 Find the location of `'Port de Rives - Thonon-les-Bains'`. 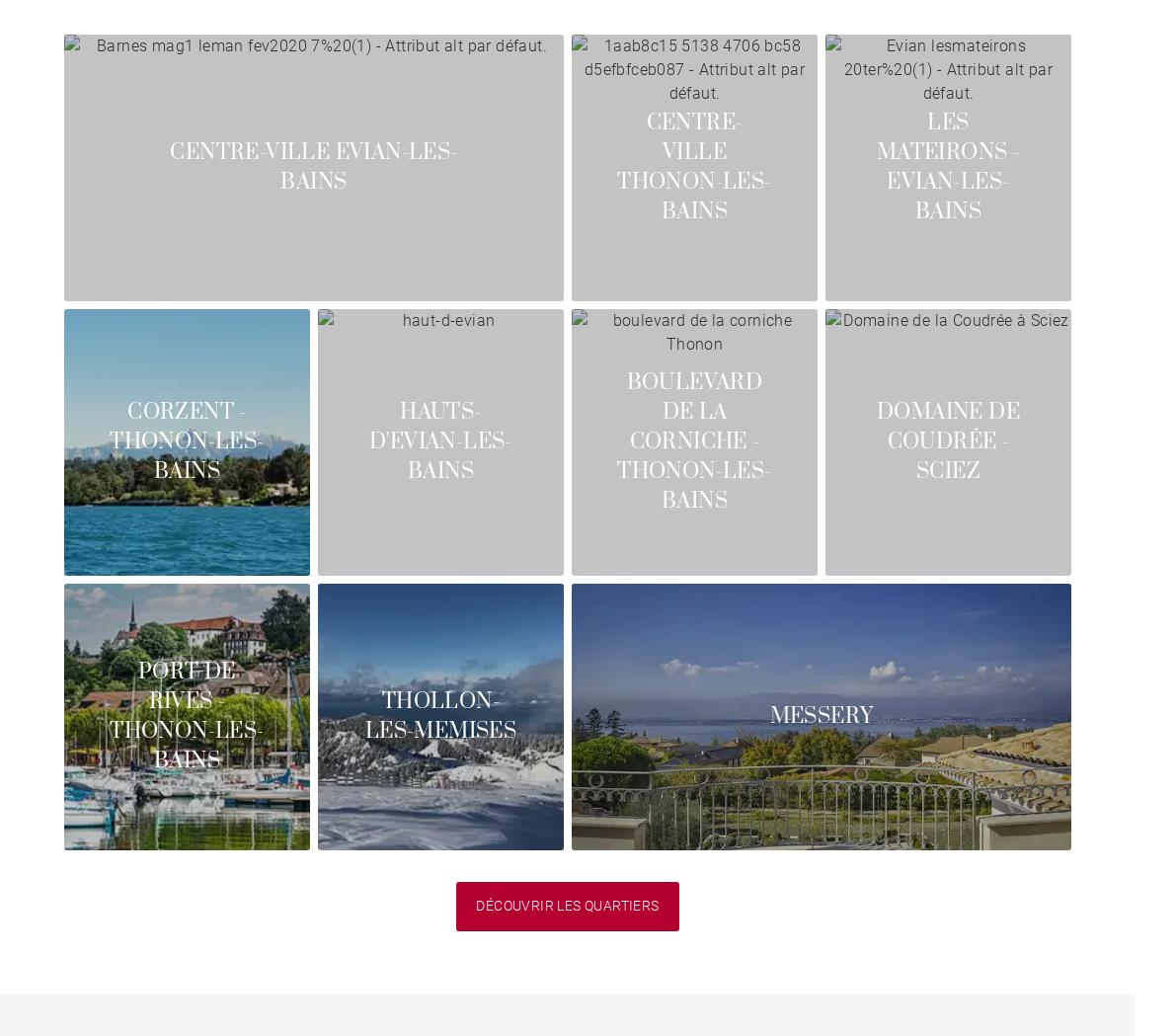

'Port de Rives - Thonon-les-Bains' is located at coordinates (185, 716).